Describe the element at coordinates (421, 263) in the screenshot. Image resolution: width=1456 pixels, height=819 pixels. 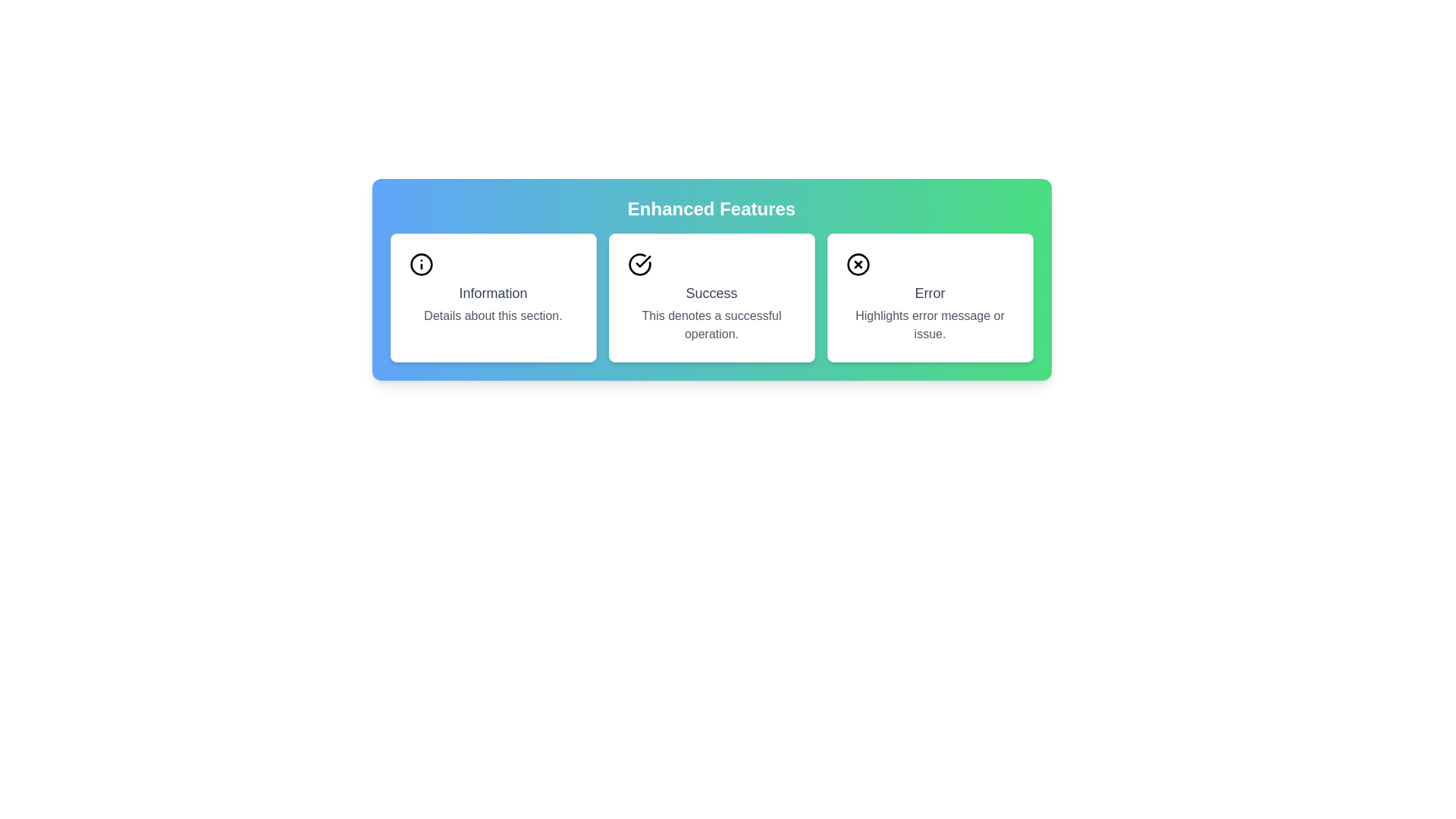
I see `the circular icon background that serves as the outline for the 'i' icon, located in the left-most card below the 'Enhanced Features' header` at that location.